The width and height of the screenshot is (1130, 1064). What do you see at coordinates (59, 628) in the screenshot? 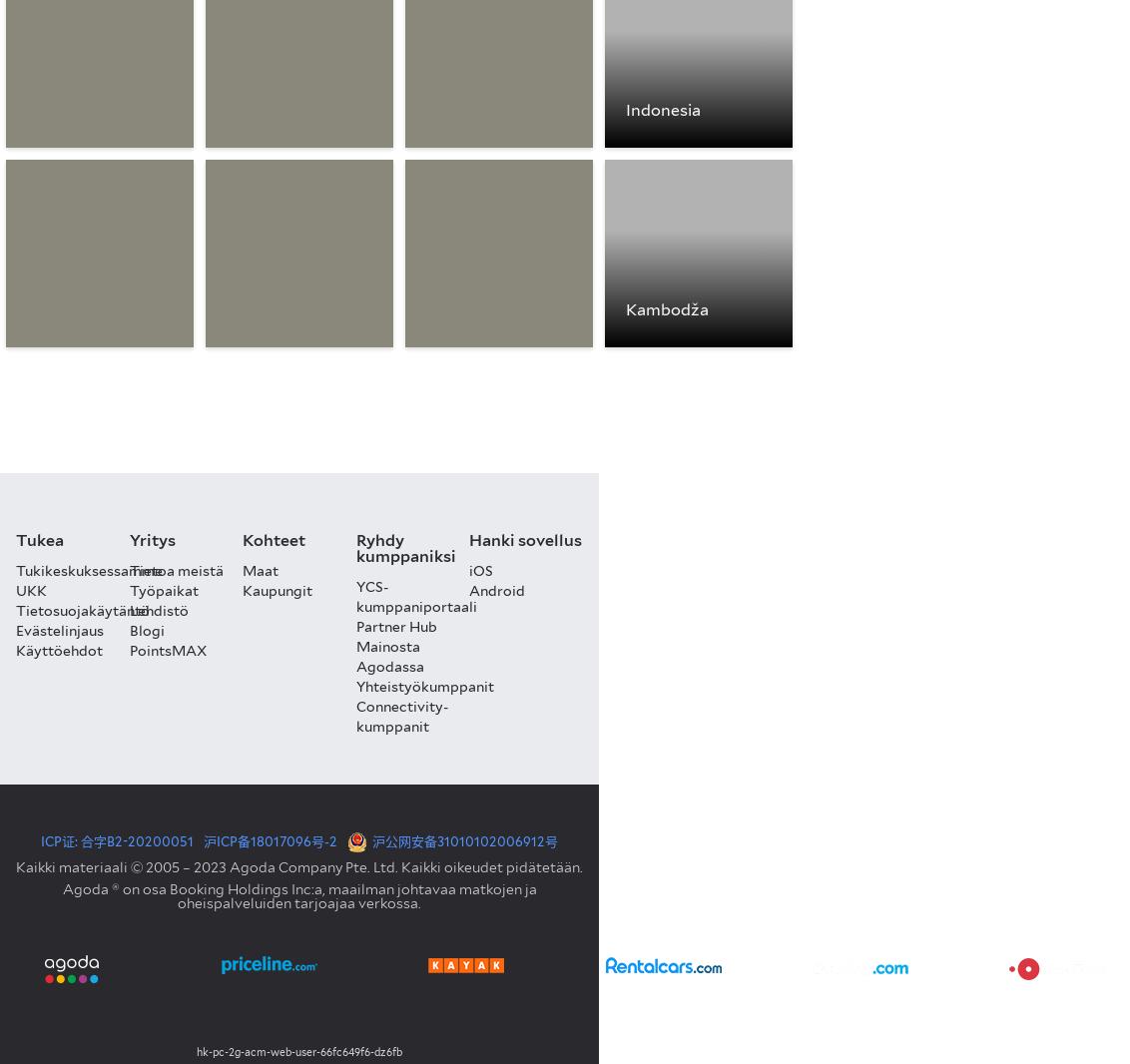
I see `'Evästelinjaus'` at bounding box center [59, 628].